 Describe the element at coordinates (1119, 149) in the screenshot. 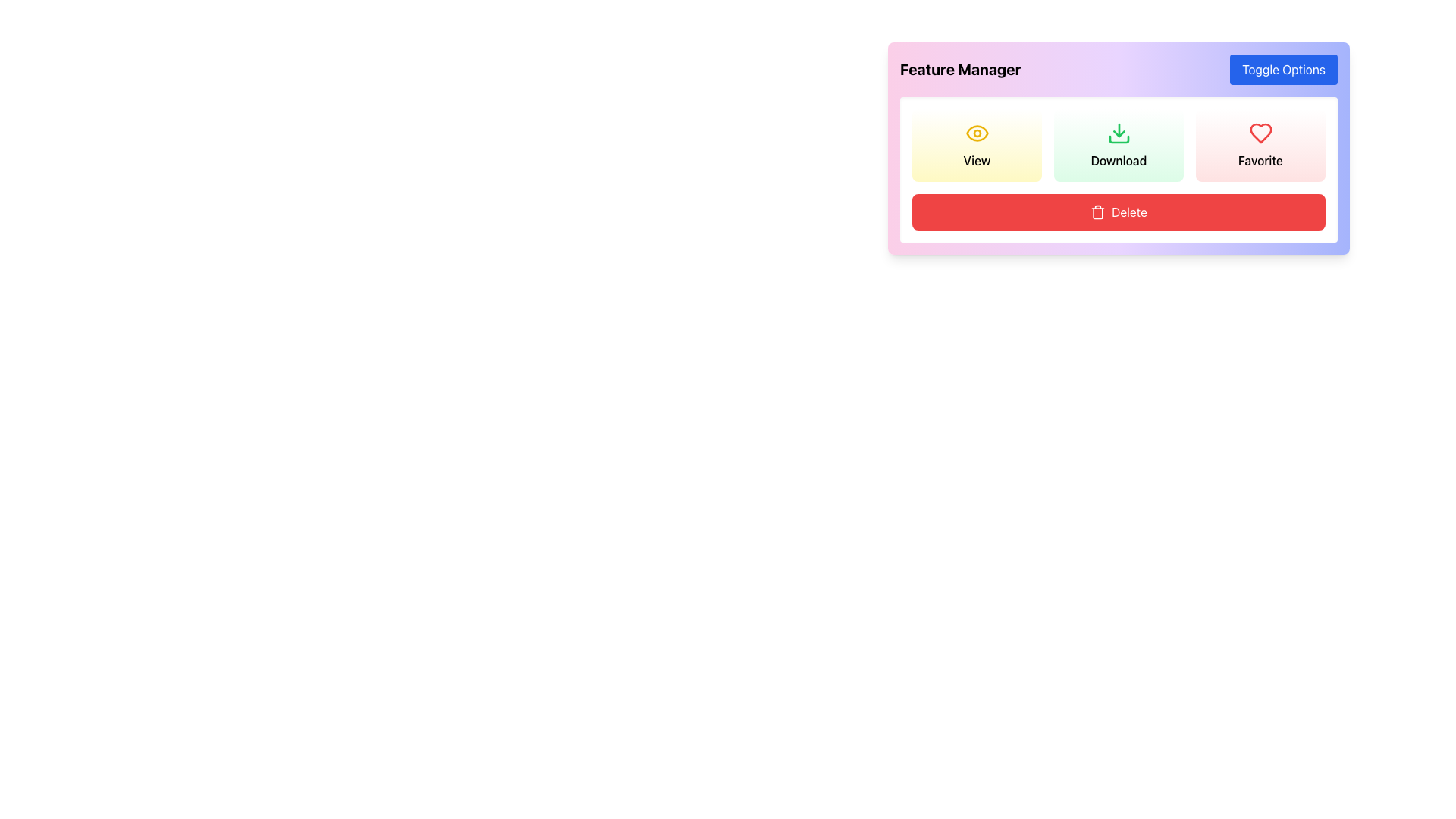

I see `the 'Download' button, which has a green gradient background and a downward arrow icon above the text, located below the 'Feature Manager' title` at that location.